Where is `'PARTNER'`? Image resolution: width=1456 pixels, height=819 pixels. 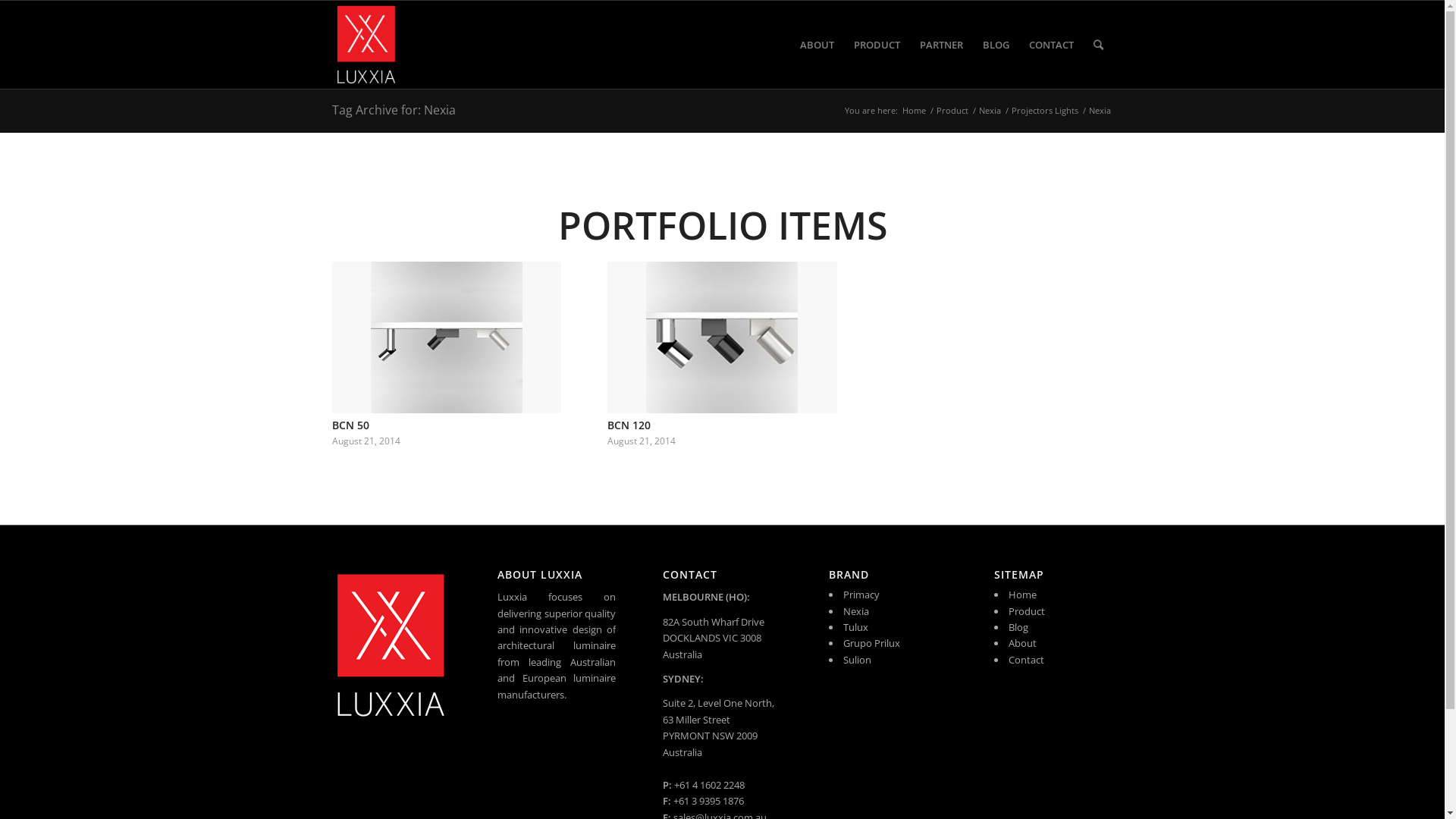
'PARTNER' is located at coordinates (910, 43).